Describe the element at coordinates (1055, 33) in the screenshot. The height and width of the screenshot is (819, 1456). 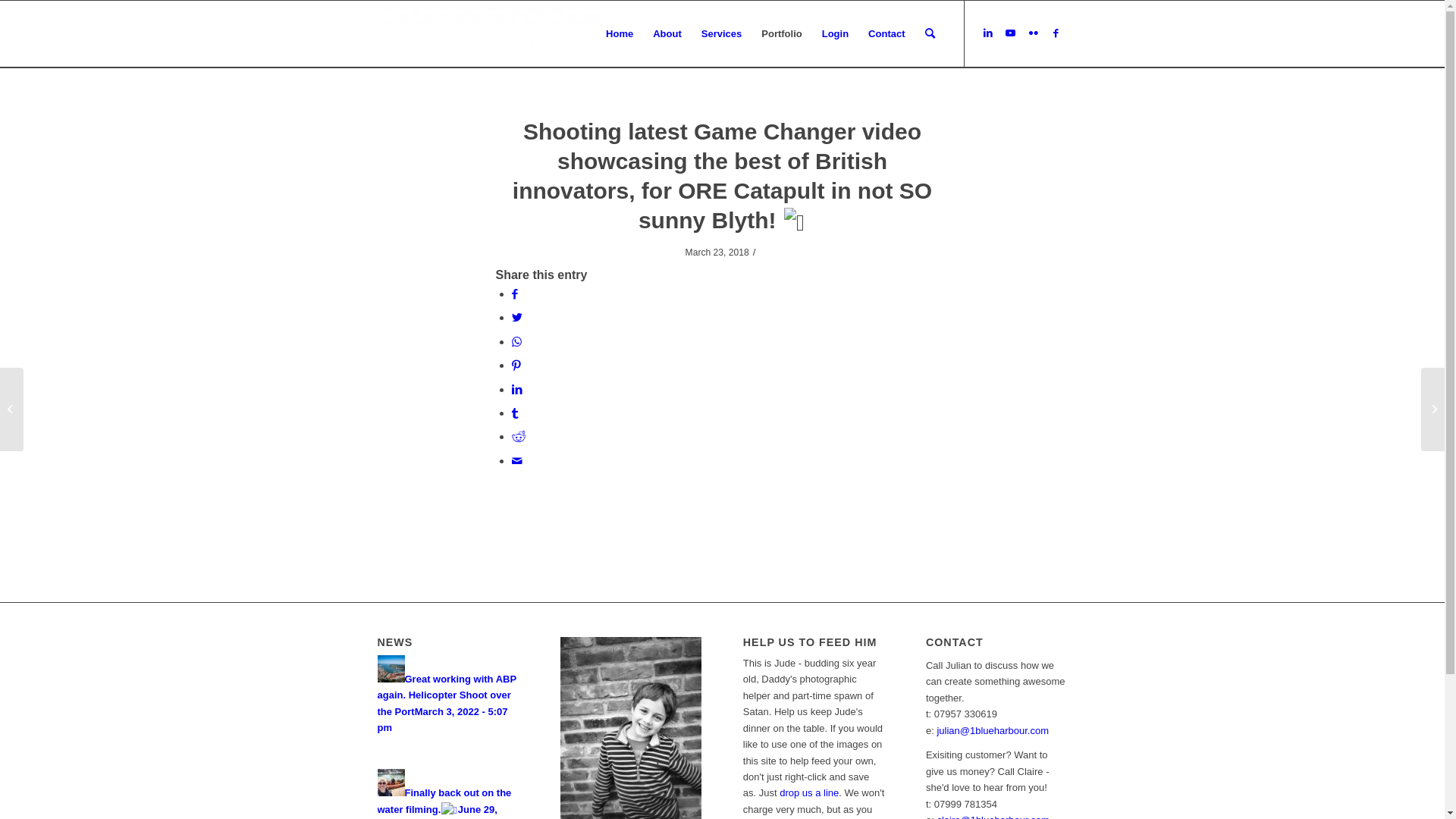
I see `'Facebook'` at that location.